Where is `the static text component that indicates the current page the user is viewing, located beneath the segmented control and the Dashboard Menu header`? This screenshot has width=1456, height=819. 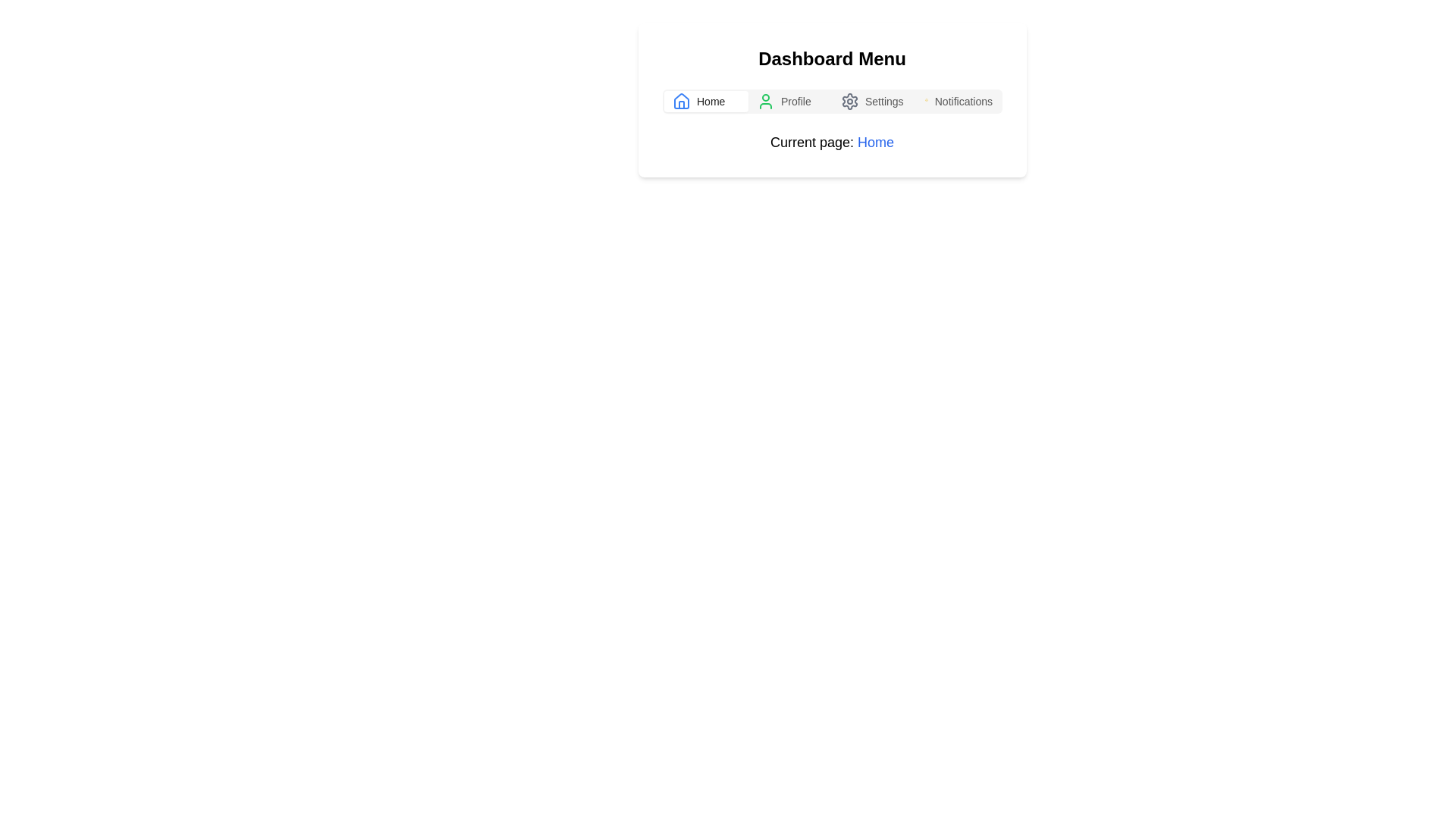
the static text component that indicates the current page the user is viewing, located beneath the segmented control and the Dashboard Menu header is located at coordinates (831, 143).